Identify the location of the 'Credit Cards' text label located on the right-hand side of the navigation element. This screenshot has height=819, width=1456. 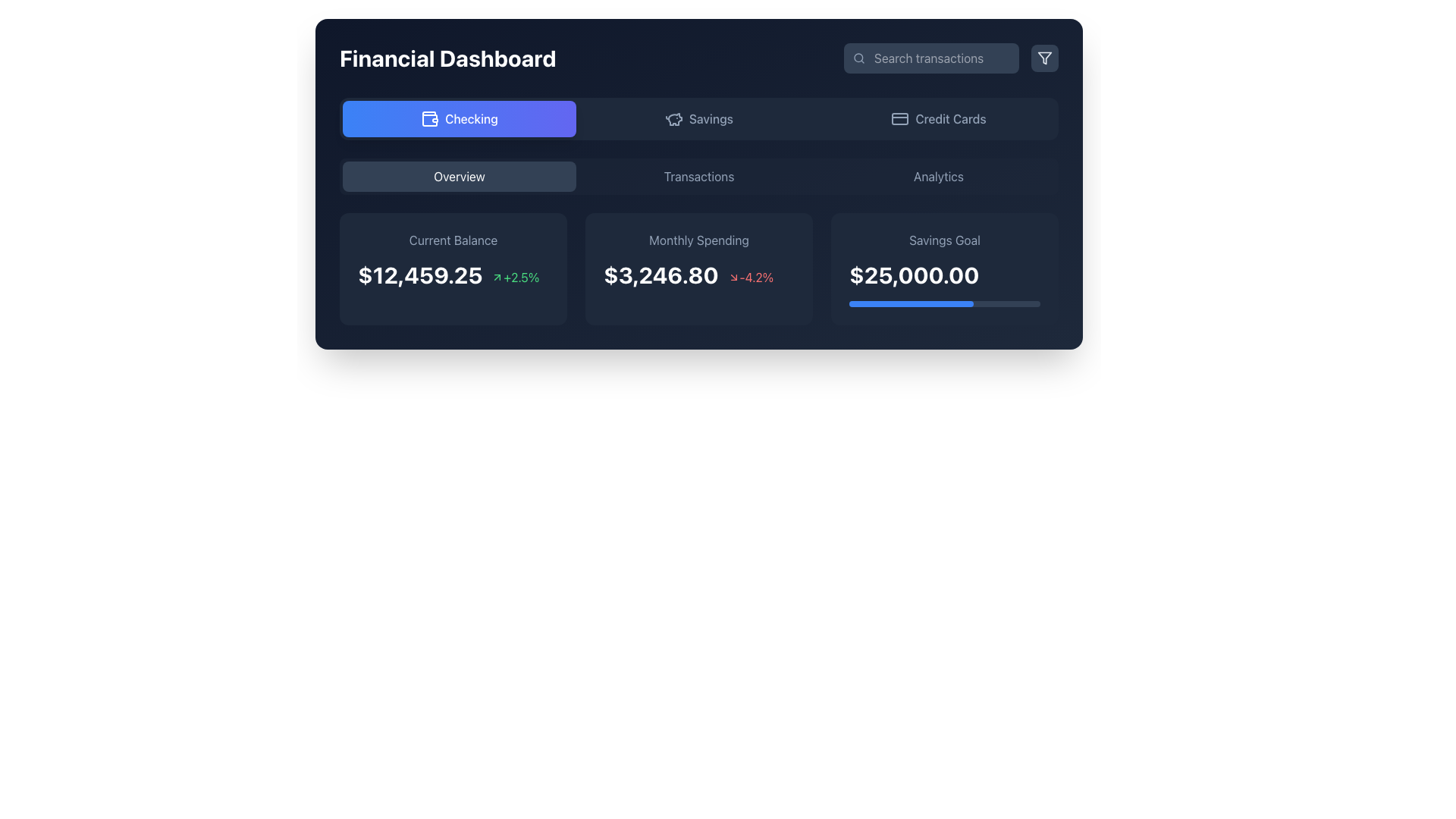
(949, 118).